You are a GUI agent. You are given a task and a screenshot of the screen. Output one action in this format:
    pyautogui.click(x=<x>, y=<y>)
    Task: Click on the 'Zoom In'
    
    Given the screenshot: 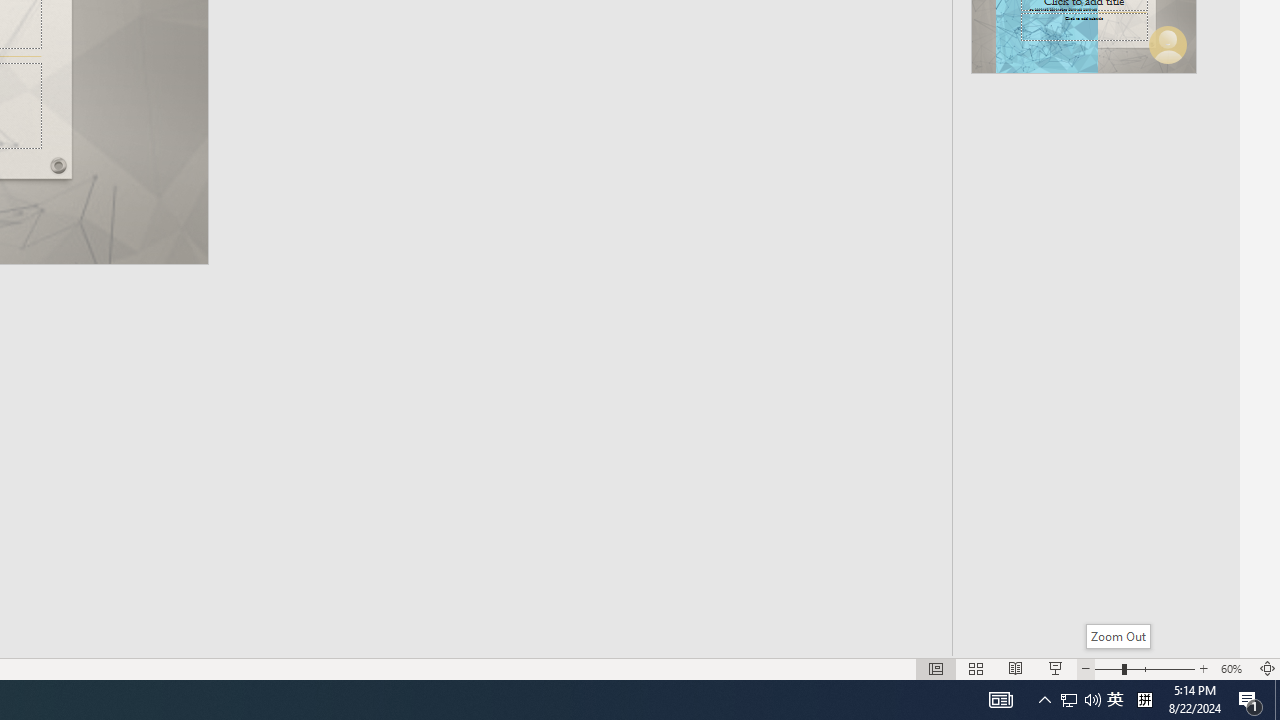 What is the action you would take?
    pyautogui.click(x=1203, y=669)
    